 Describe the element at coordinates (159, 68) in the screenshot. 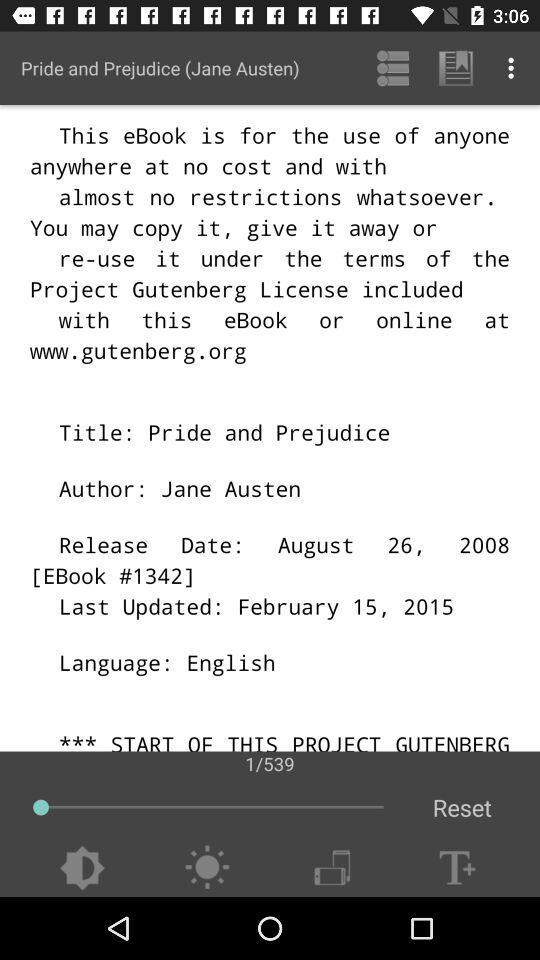

I see `the icon above the 1/539 app` at that location.